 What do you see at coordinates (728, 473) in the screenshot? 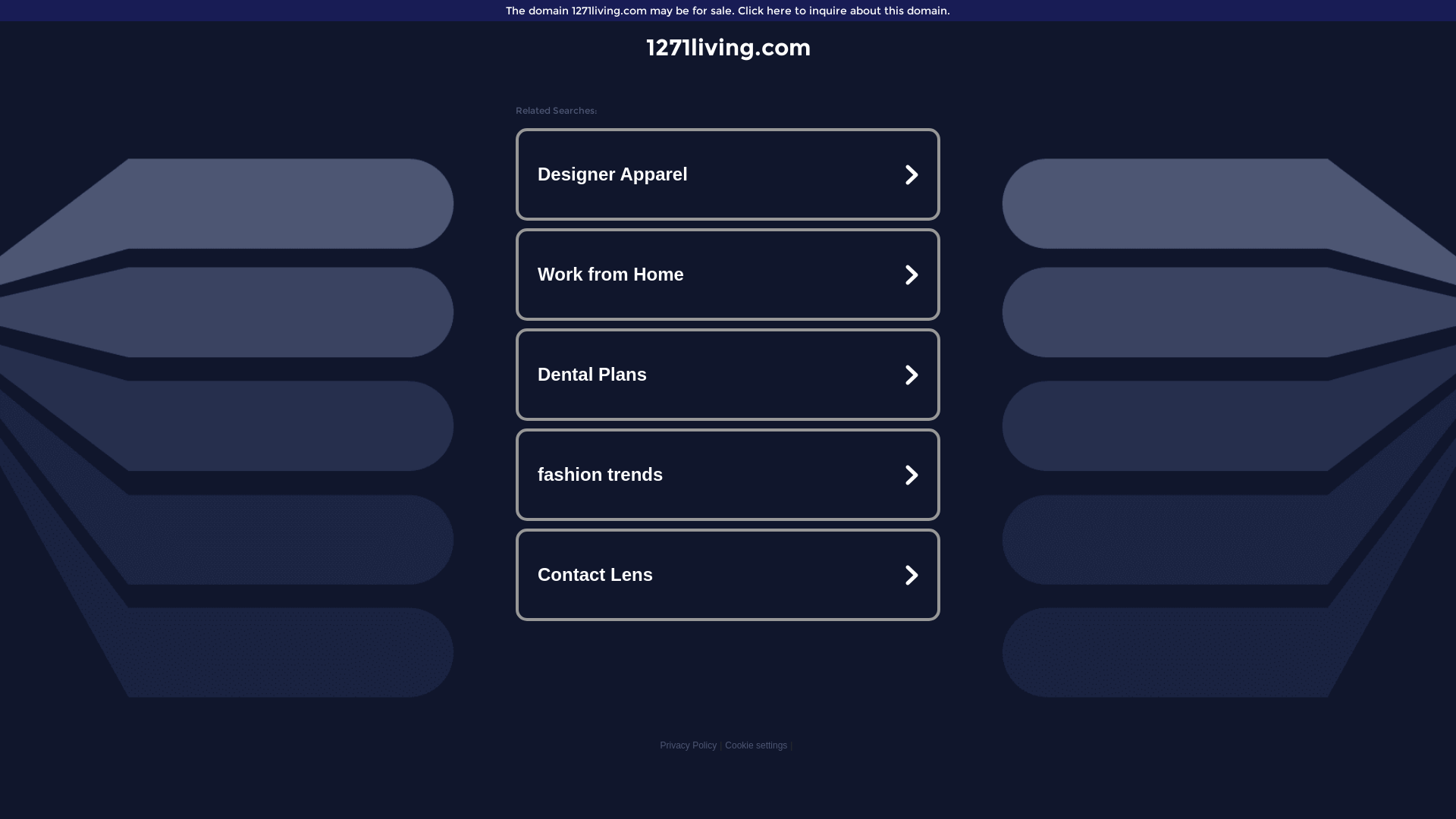
I see `'fashion trends'` at bounding box center [728, 473].